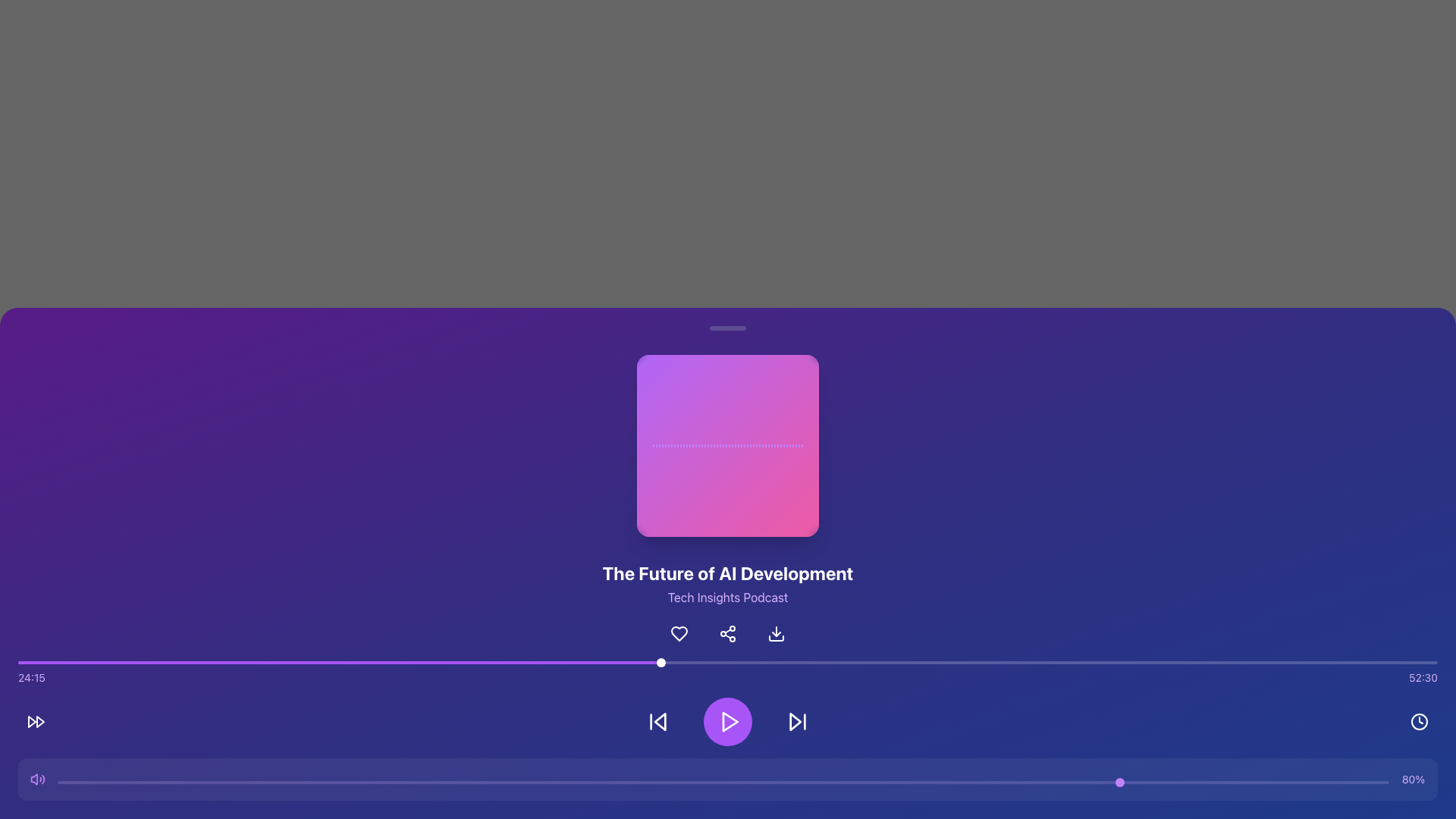 The image size is (1456, 819). Describe the element at coordinates (776, 634) in the screenshot. I see `the download button with an embedded icon located to the right of the share icon button, below the title 'The Future of AI Development' to activate the color change effect` at that location.